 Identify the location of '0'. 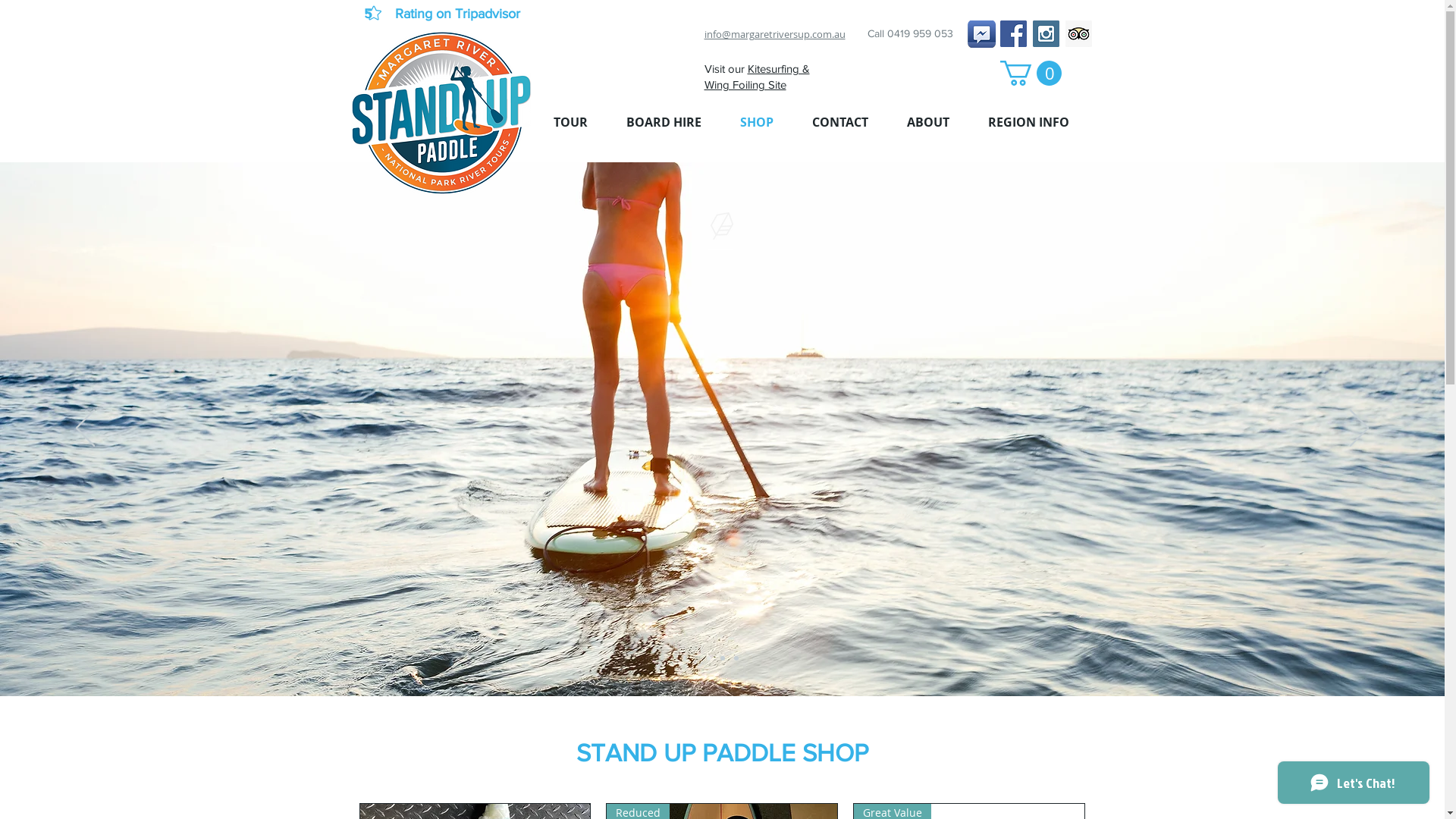
(999, 73).